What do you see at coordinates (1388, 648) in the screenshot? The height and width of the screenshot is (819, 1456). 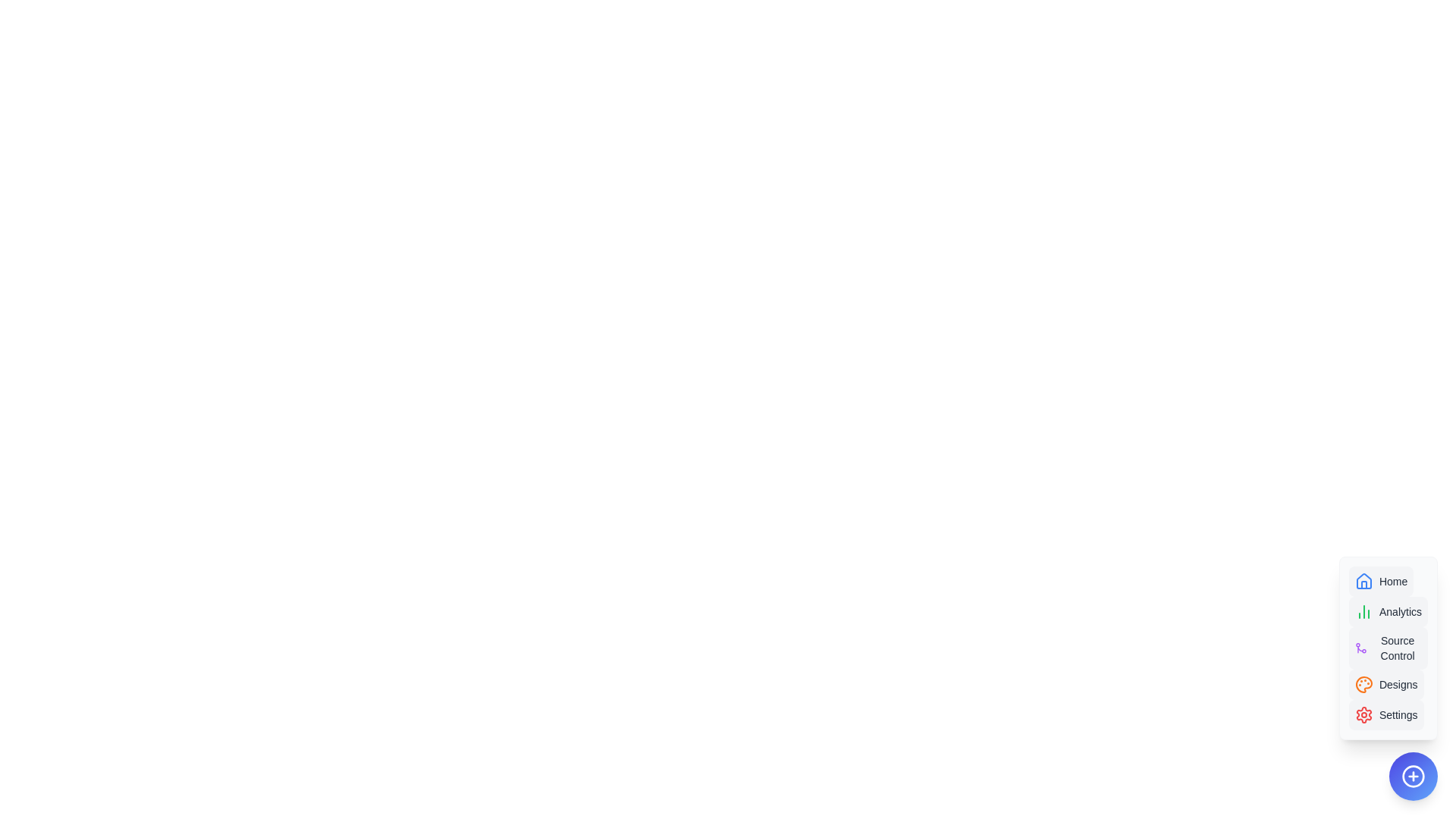 I see `the option Source Control from the speed dial menu` at bounding box center [1388, 648].